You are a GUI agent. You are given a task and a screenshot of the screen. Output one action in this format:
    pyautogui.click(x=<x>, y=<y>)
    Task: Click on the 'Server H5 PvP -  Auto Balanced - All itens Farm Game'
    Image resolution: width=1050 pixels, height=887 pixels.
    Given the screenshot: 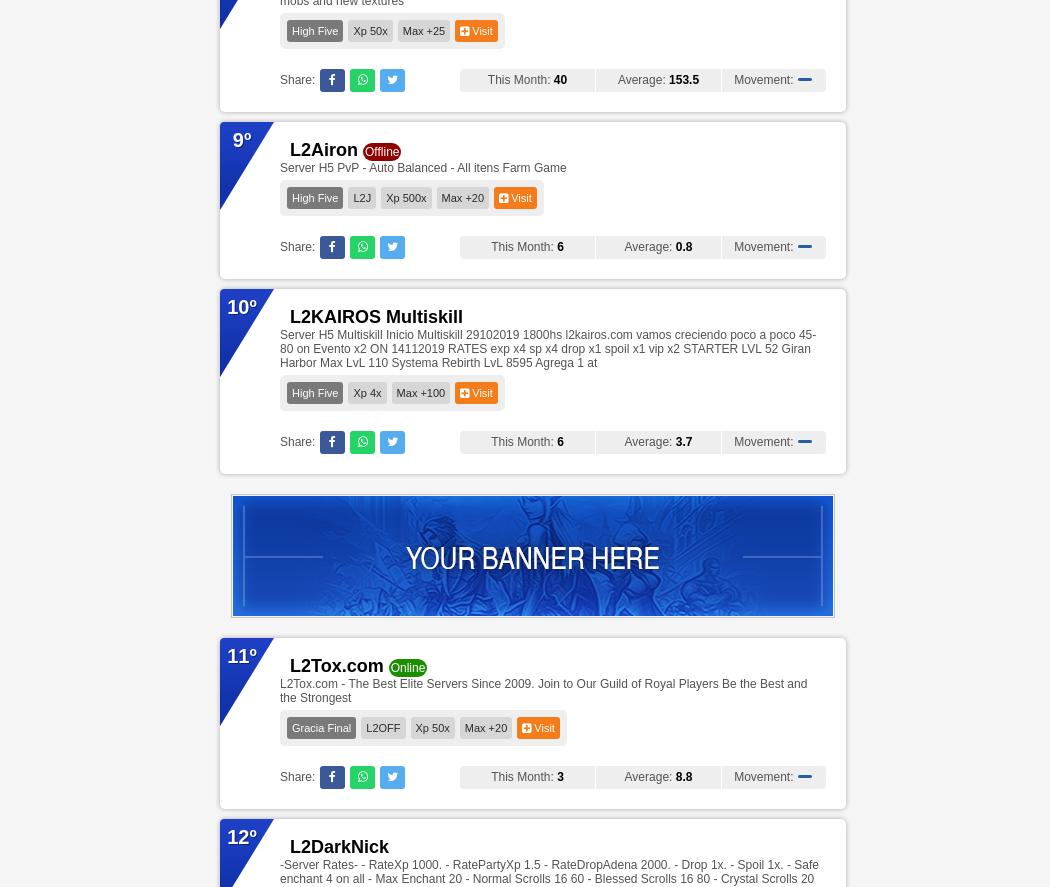 What is the action you would take?
    pyautogui.click(x=422, y=166)
    